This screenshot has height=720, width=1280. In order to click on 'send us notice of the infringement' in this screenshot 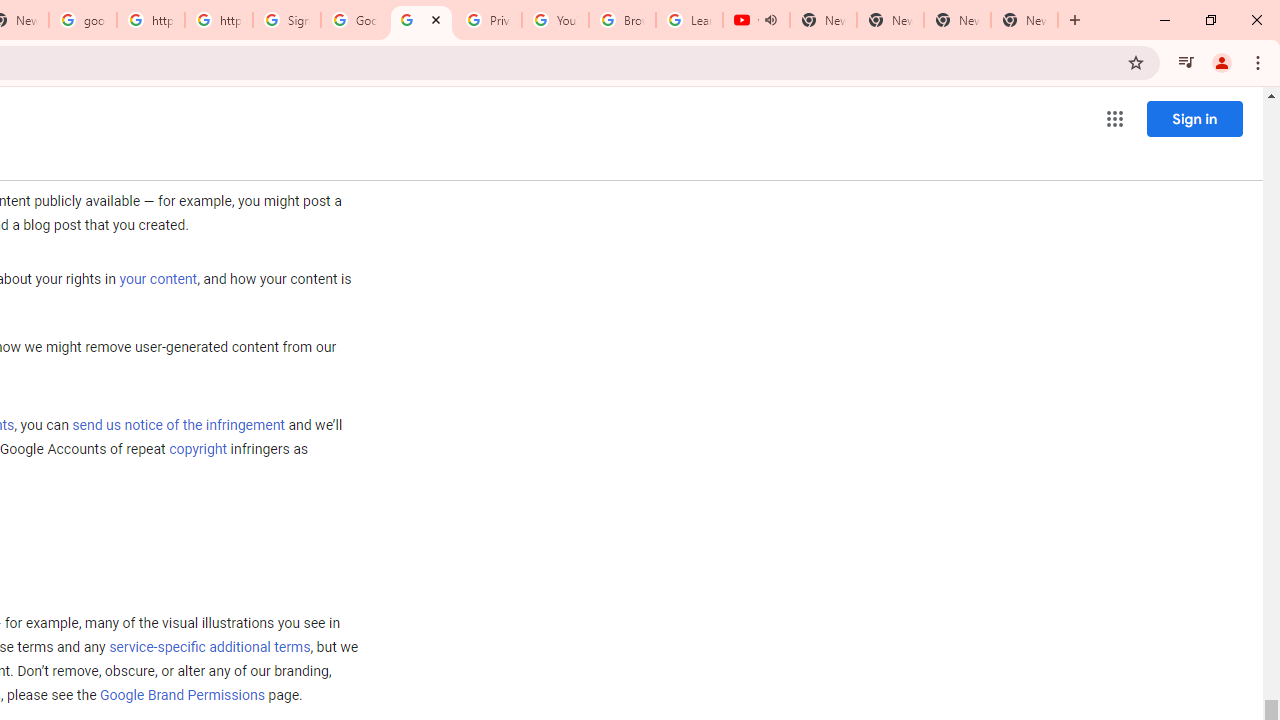, I will do `click(178, 424)`.